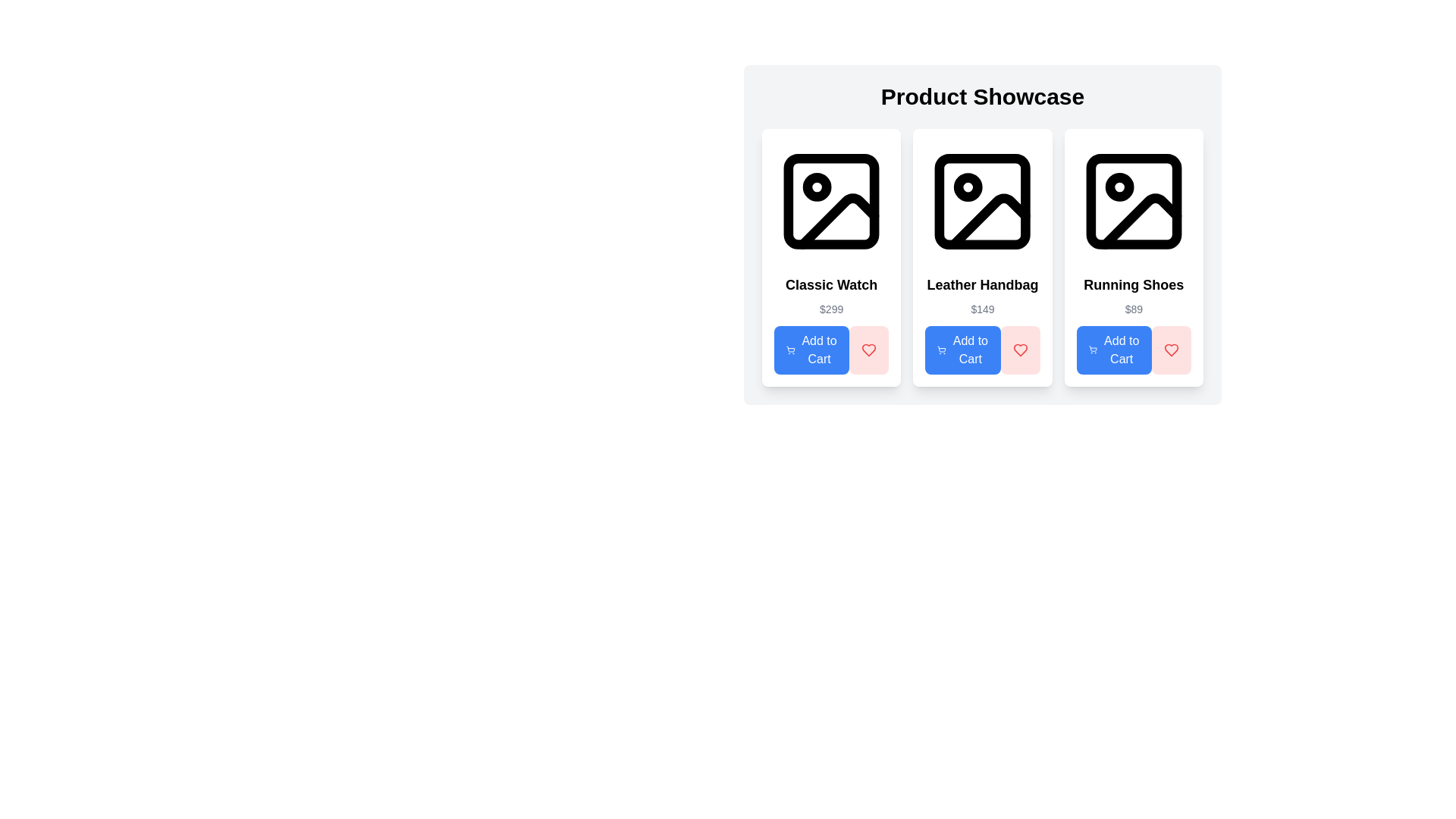 The image size is (1456, 819). What do you see at coordinates (869, 350) in the screenshot?
I see `the heart icon button located at the bottom-right corner of the second product card for the 'Leather Handbag' product, which serves as a favorite button` at bounding box center [869, 350].